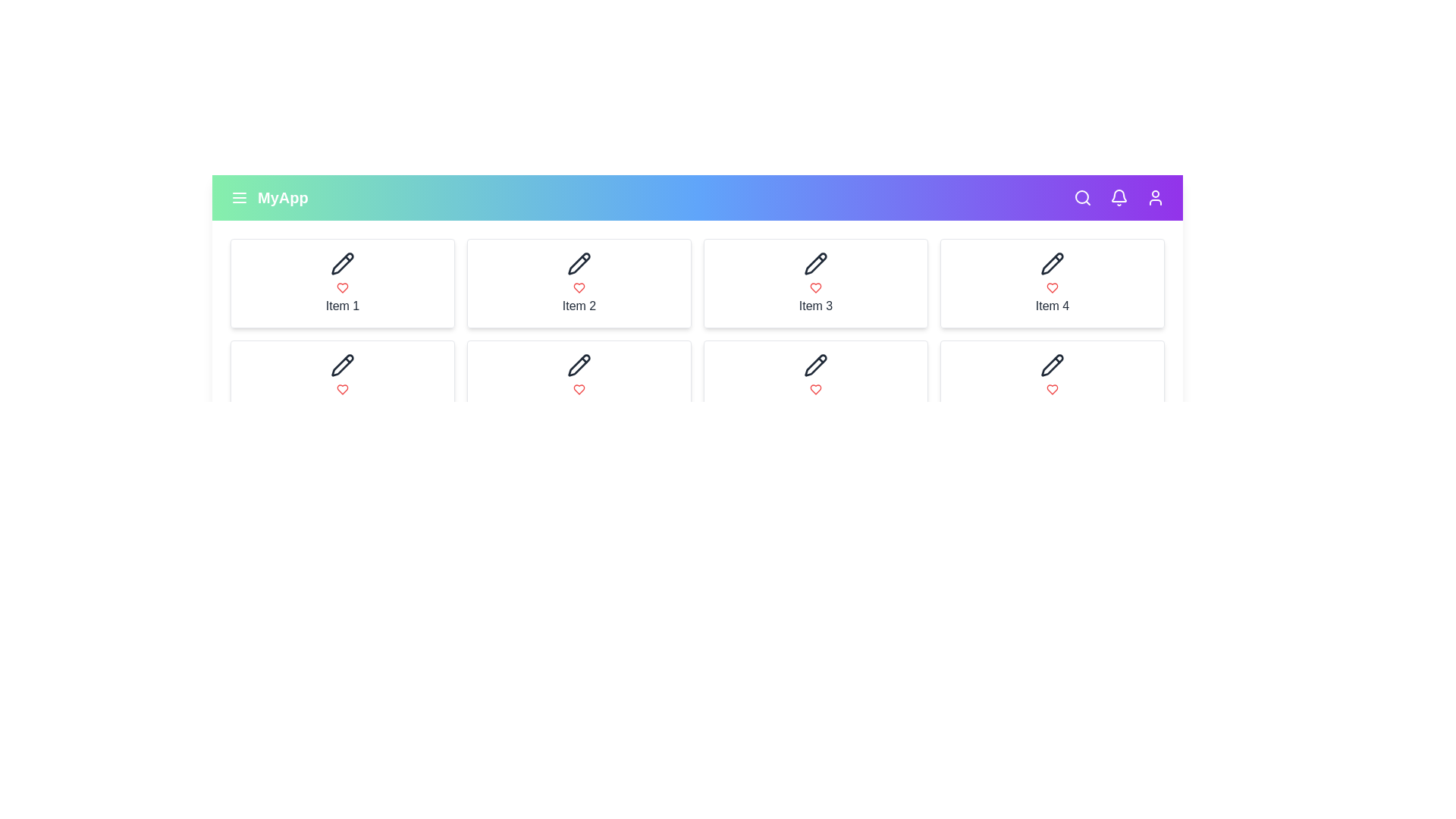 Image resolution: width=1456 pixels, height=819 pixels. I want to click on the search icon to initiate a search, so click(1082, 197).